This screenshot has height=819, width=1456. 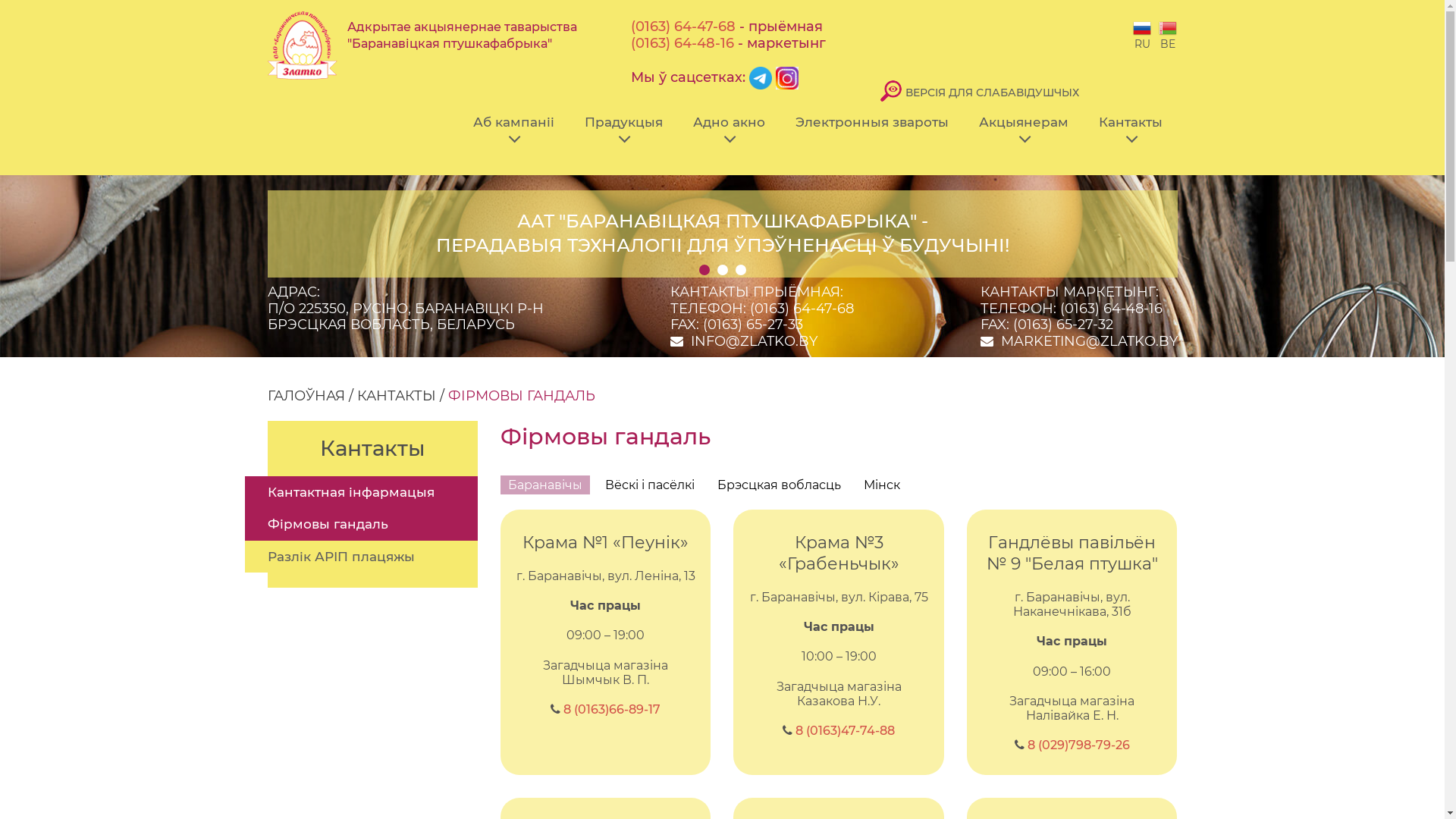 I want to click on 'INFO@ZLATKO.BY', so click(x=753, y=341).